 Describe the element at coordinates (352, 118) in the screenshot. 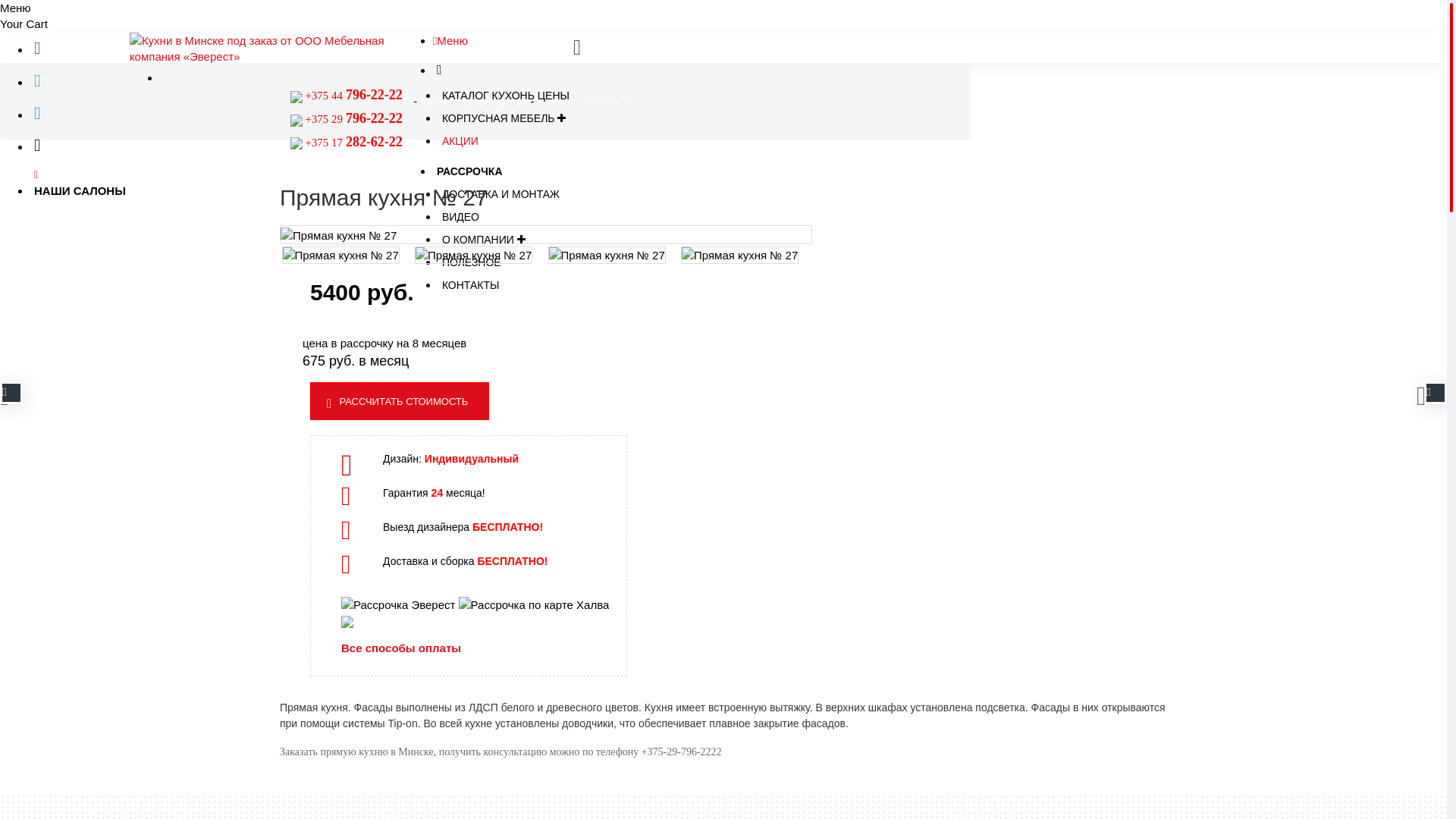

I see `'+375 29 796-22-22'` at that location.